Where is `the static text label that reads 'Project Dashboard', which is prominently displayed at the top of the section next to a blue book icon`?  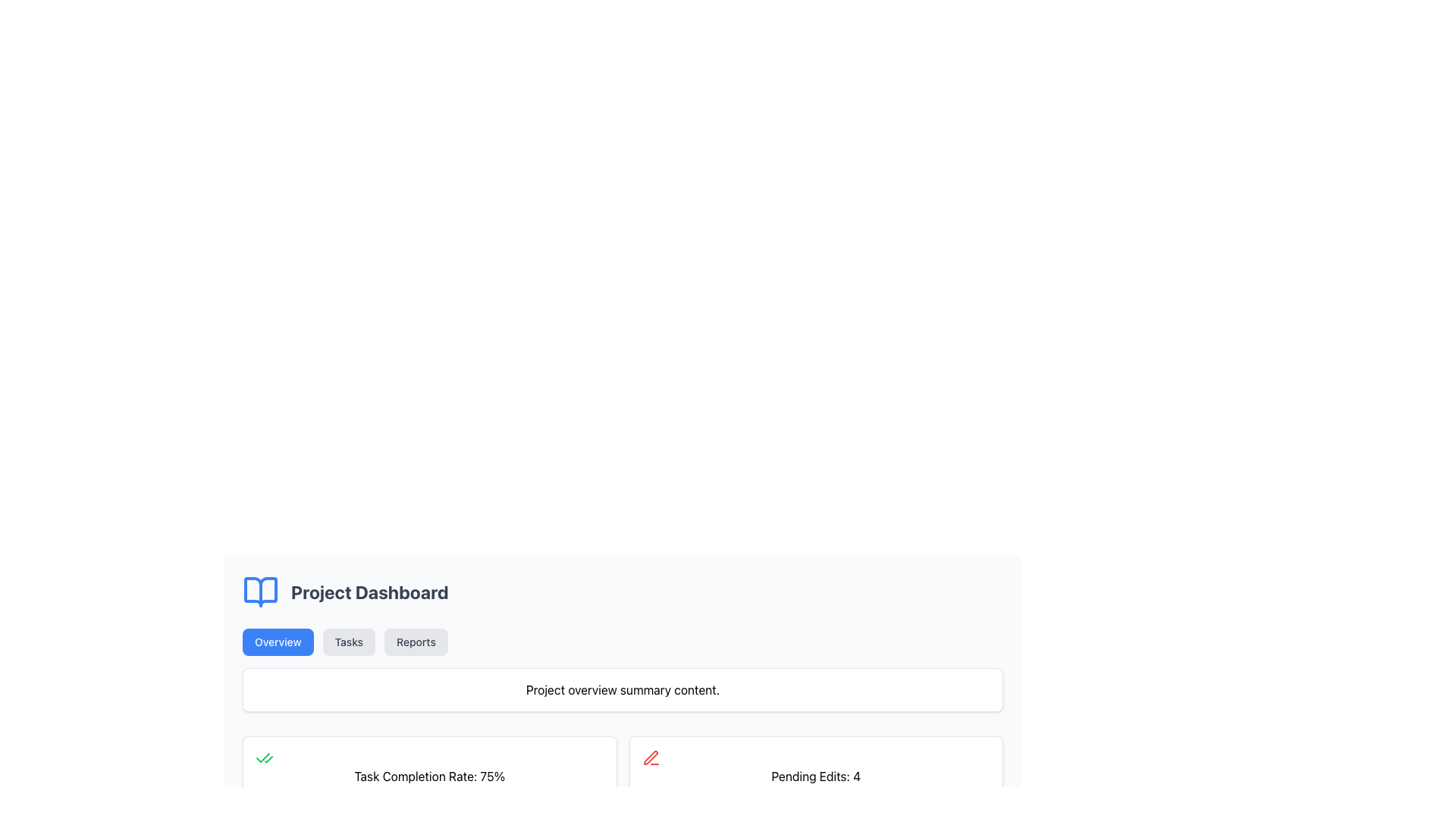
the static text label that reads 'Project Dashboard', which is prominently displayed at the top of the section next to a blue book icon is located at coordinates (369, 591).